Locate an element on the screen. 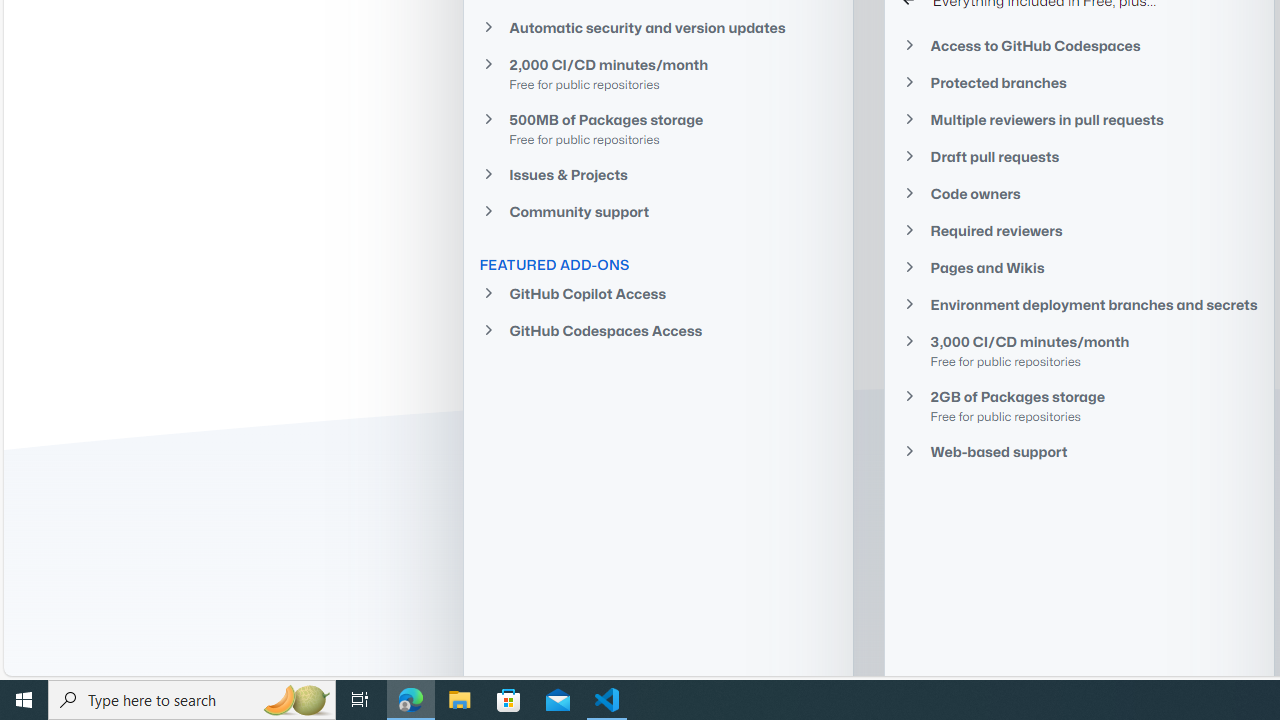 The width and height of the screenshot is (1280, 720). 'GitHub Codespaces Access' is located at coordinates (657, 329).